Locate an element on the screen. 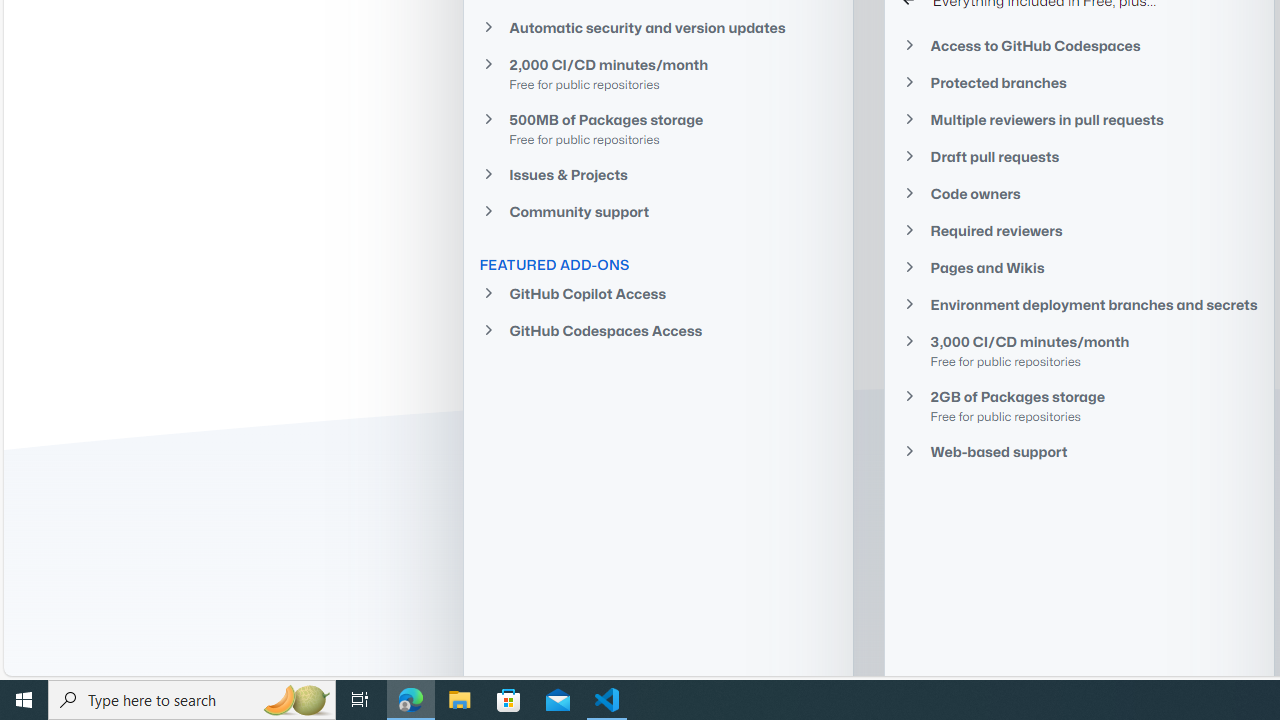 The width and height of the screenshot is (1280, 720). 'GitHub Codespaces Access' is located at coordinates (657, 329).